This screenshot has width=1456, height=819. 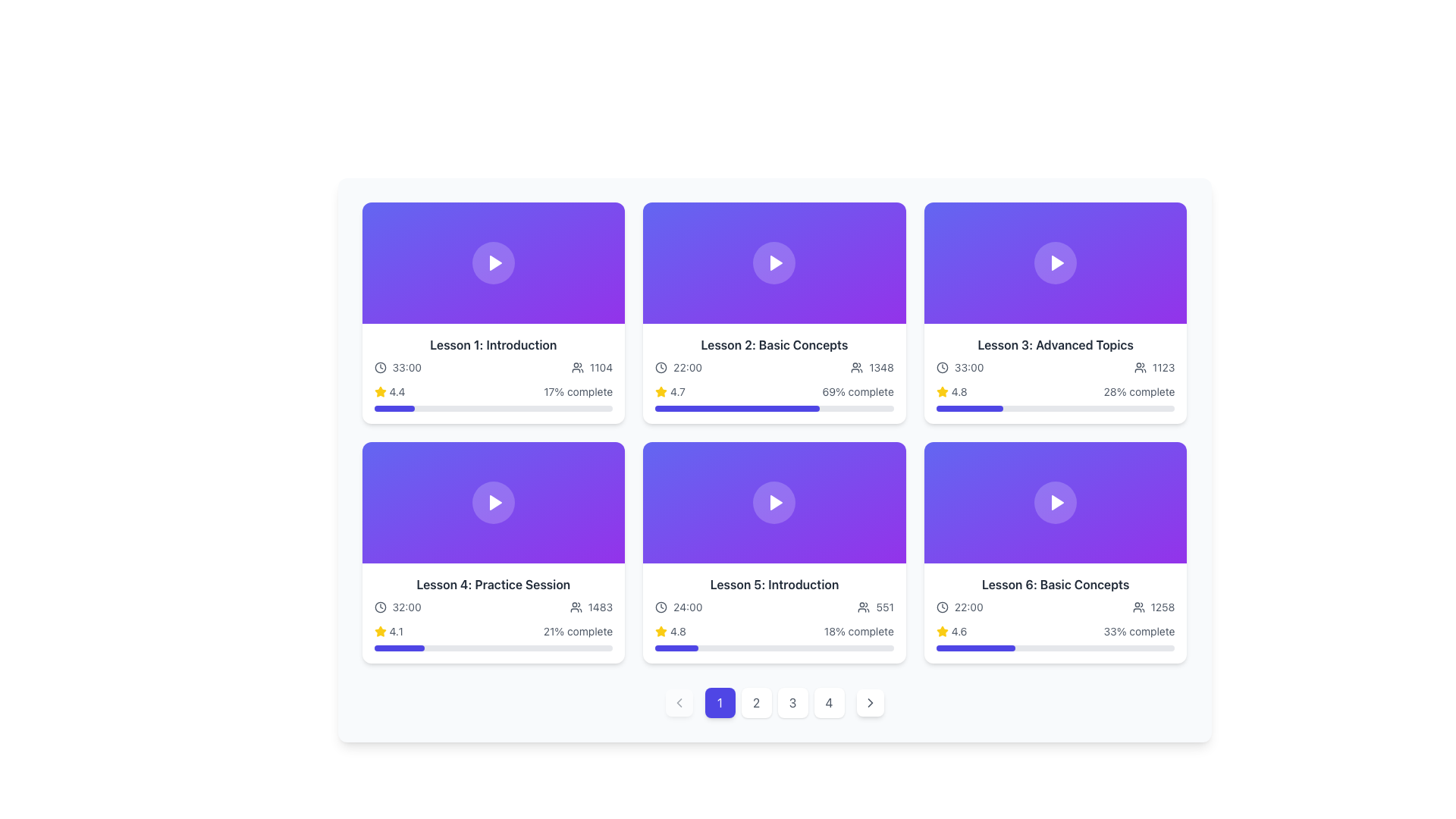 I want to click on the center of the triangular play icon, which is styled with a white fill and positioned against a gradient purple background, located on the third lesson card in the top row of the grid layout, so click(x=1057, y=262).